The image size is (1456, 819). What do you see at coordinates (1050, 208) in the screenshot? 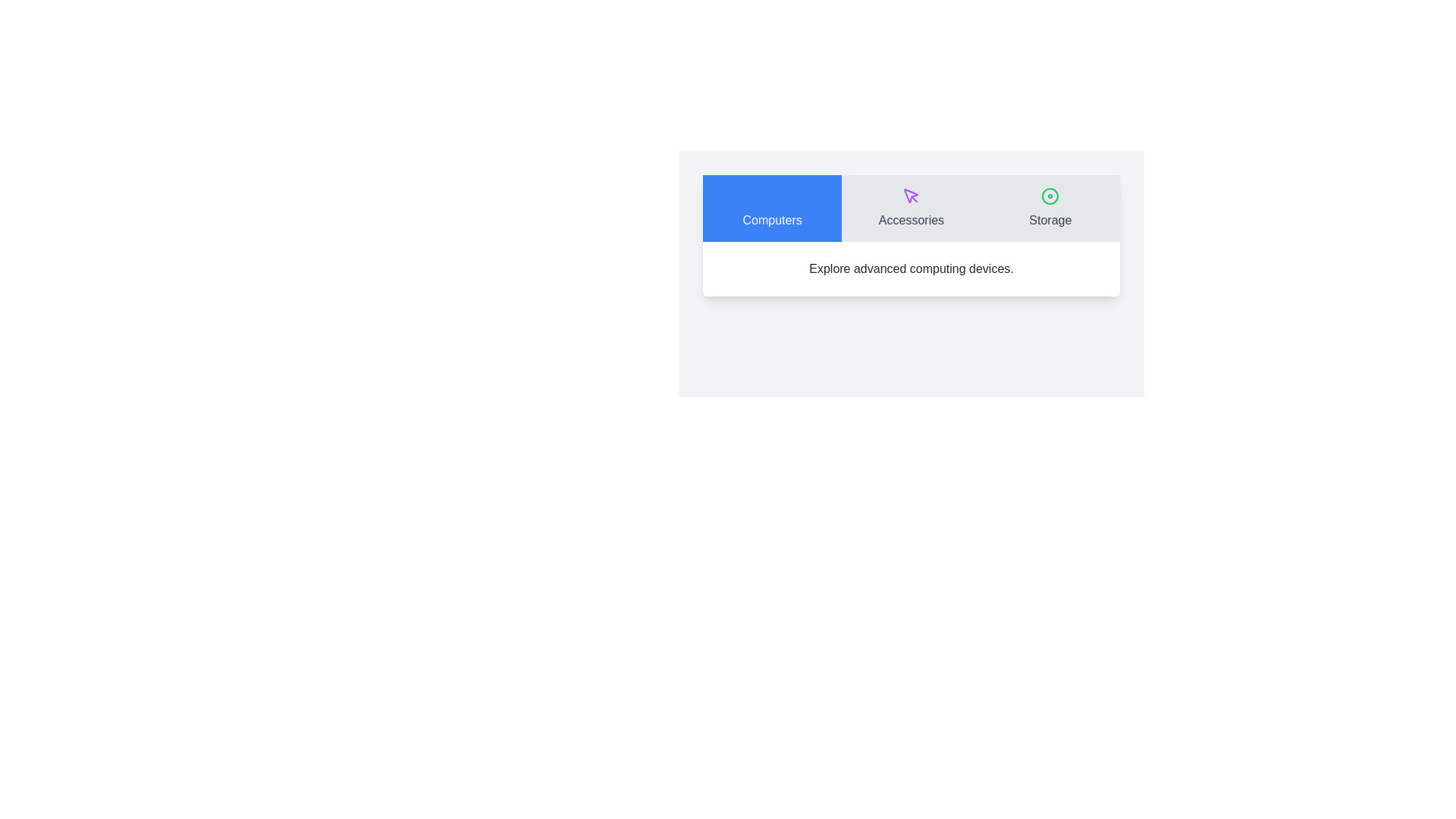
I see `the tab labeled Storage` at bounding box center [1050, 208].